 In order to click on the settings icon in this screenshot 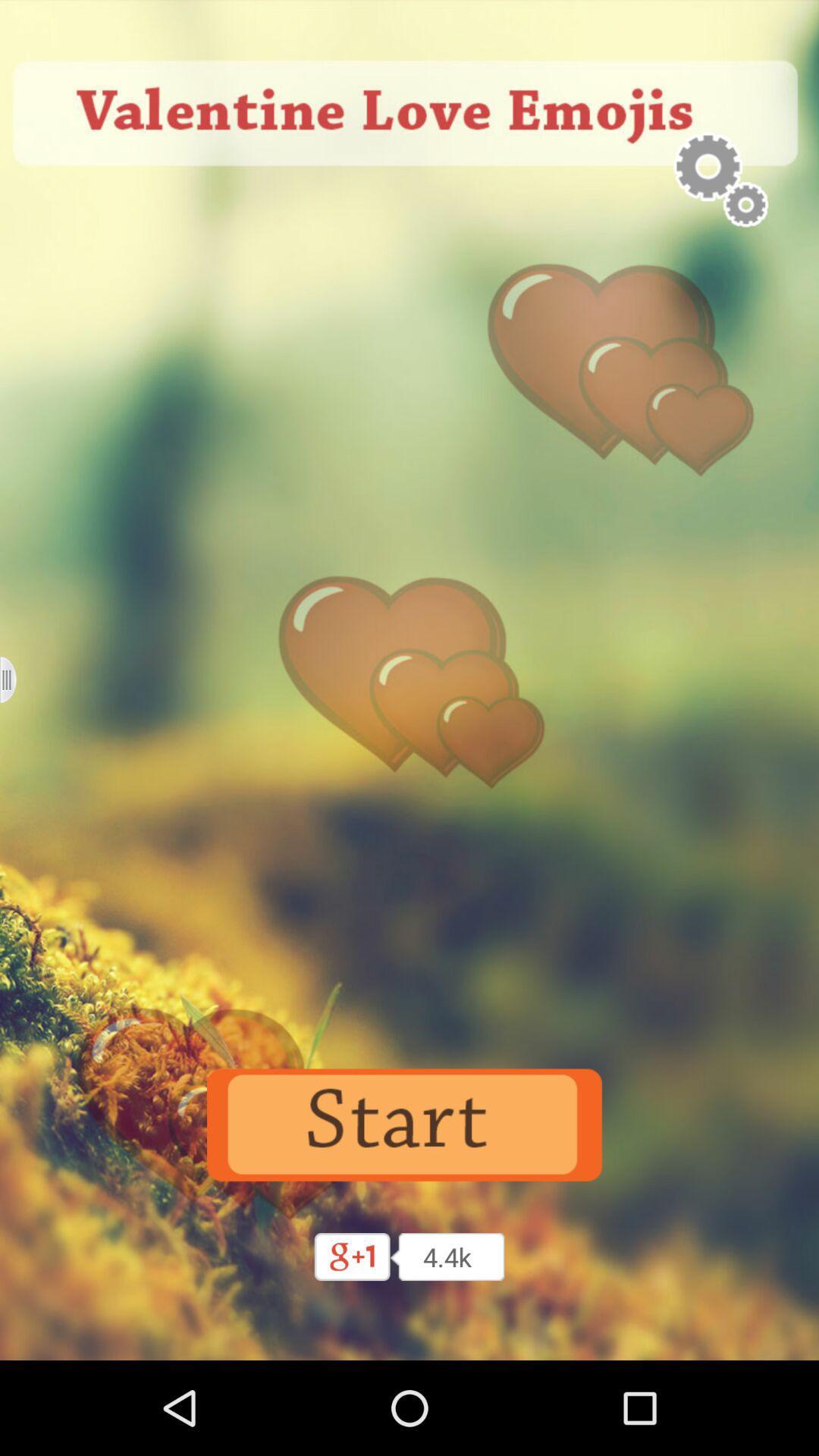, I will do `click(718, 190)`.